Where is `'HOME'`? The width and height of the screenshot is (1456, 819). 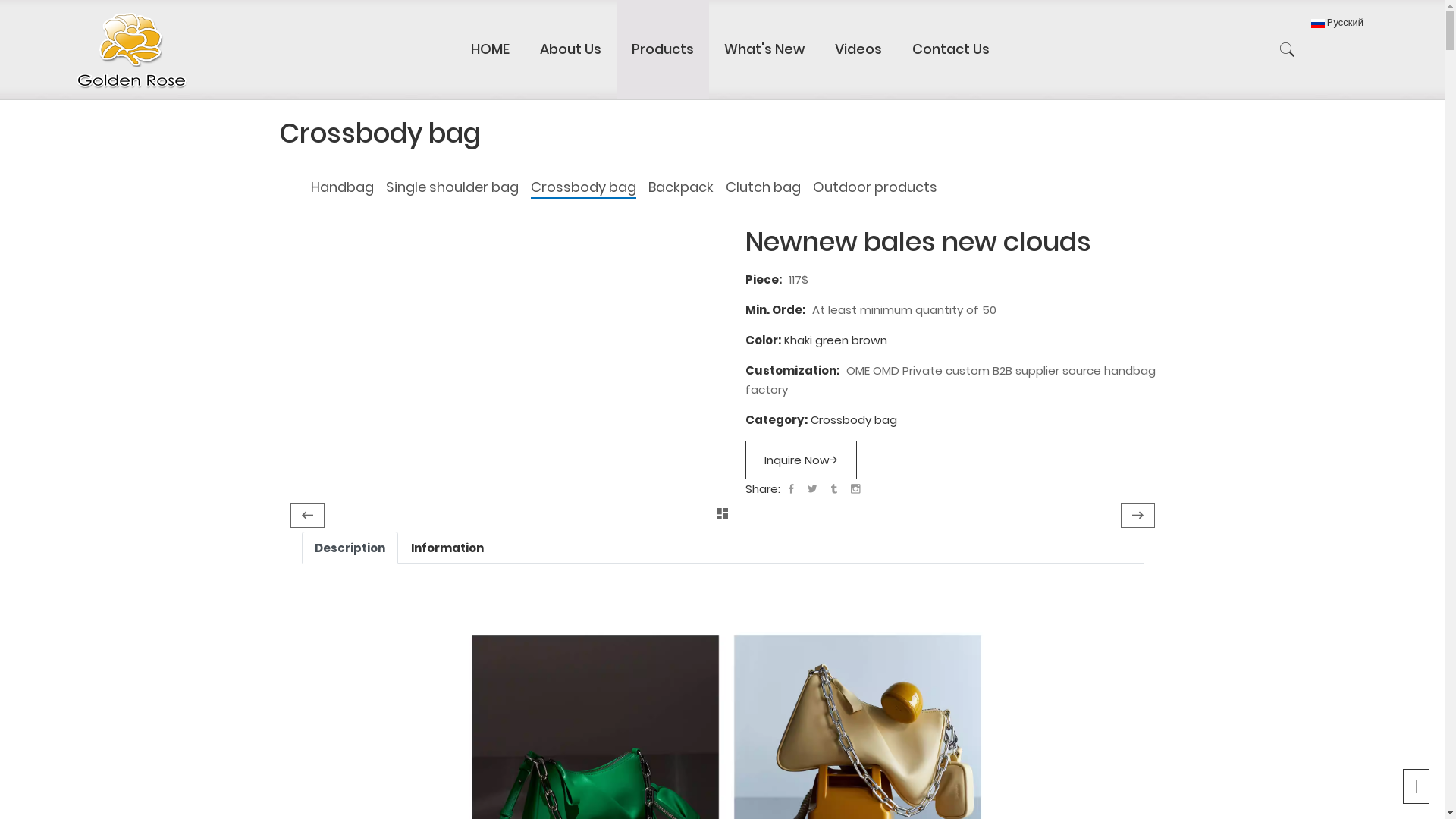 'HOME' is located at coordinates (490, 49).